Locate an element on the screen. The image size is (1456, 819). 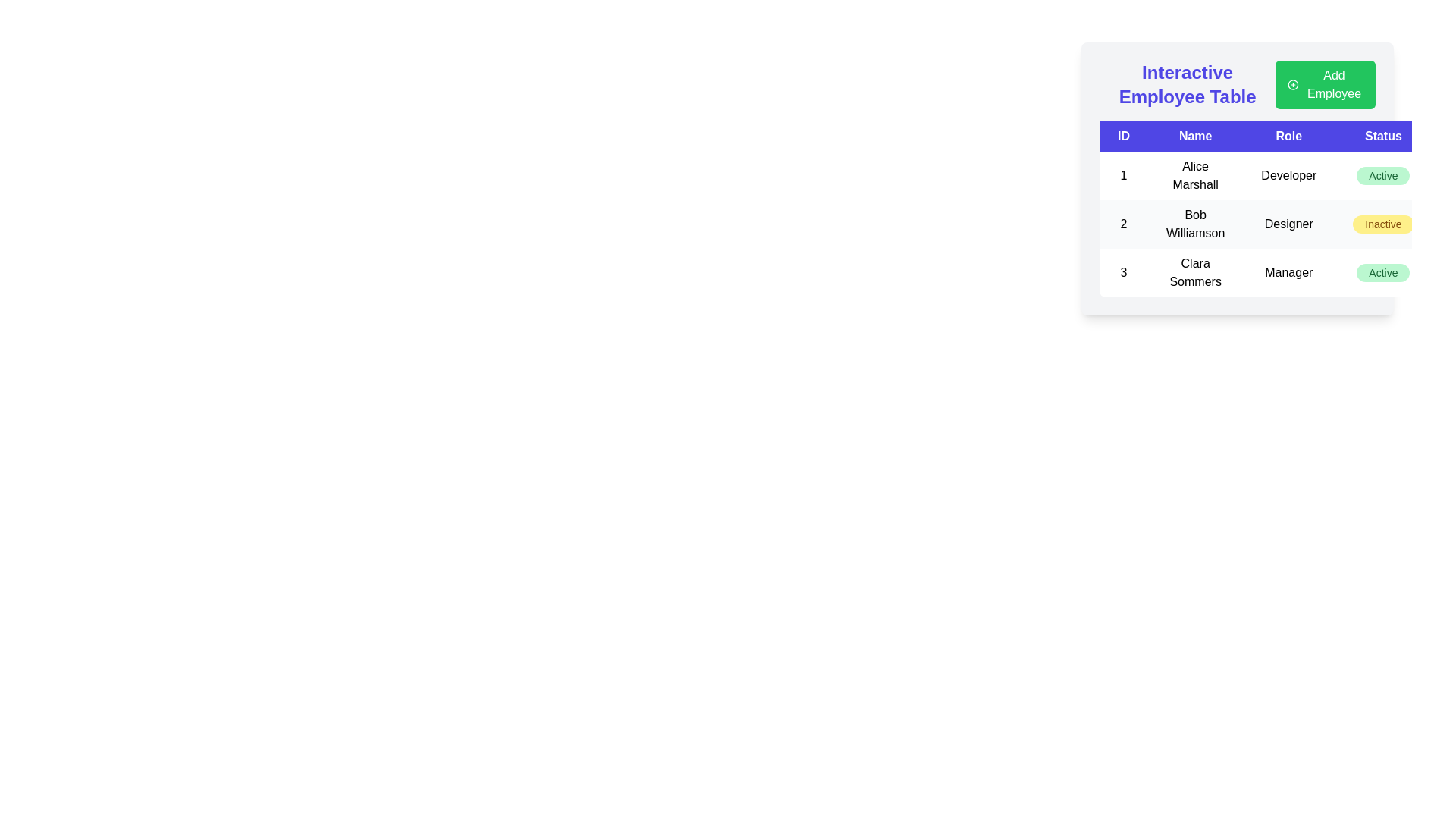
the Status indicator label indicating the activation status of employee Clara Sommers, located in the 'Status' column of the table is located at coordinates (1383, 271).